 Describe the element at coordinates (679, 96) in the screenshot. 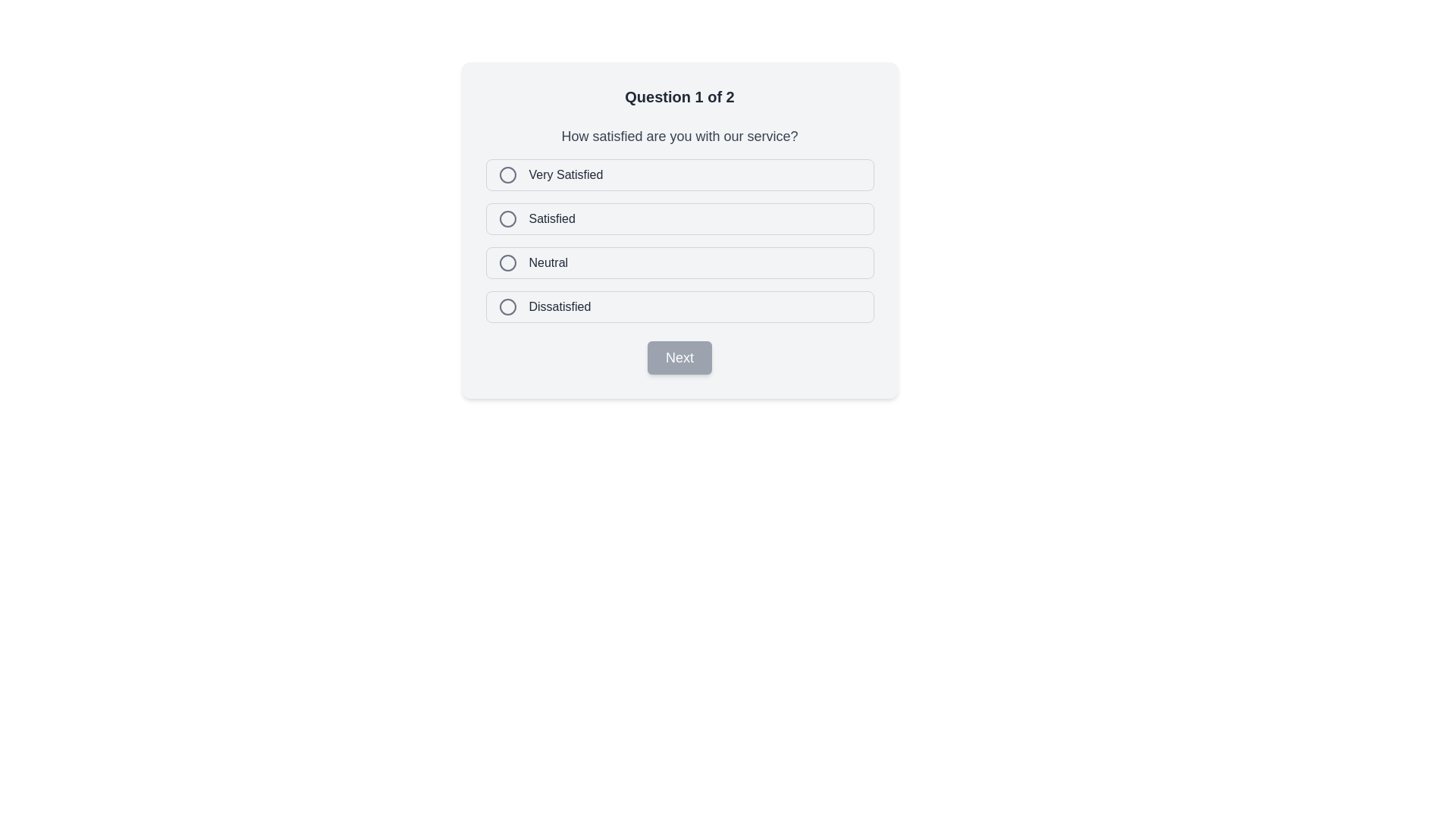

I see `the Text heading that indicates the current survey question's progress, located above the question 'How satisfied are you with our service?'` at that location.